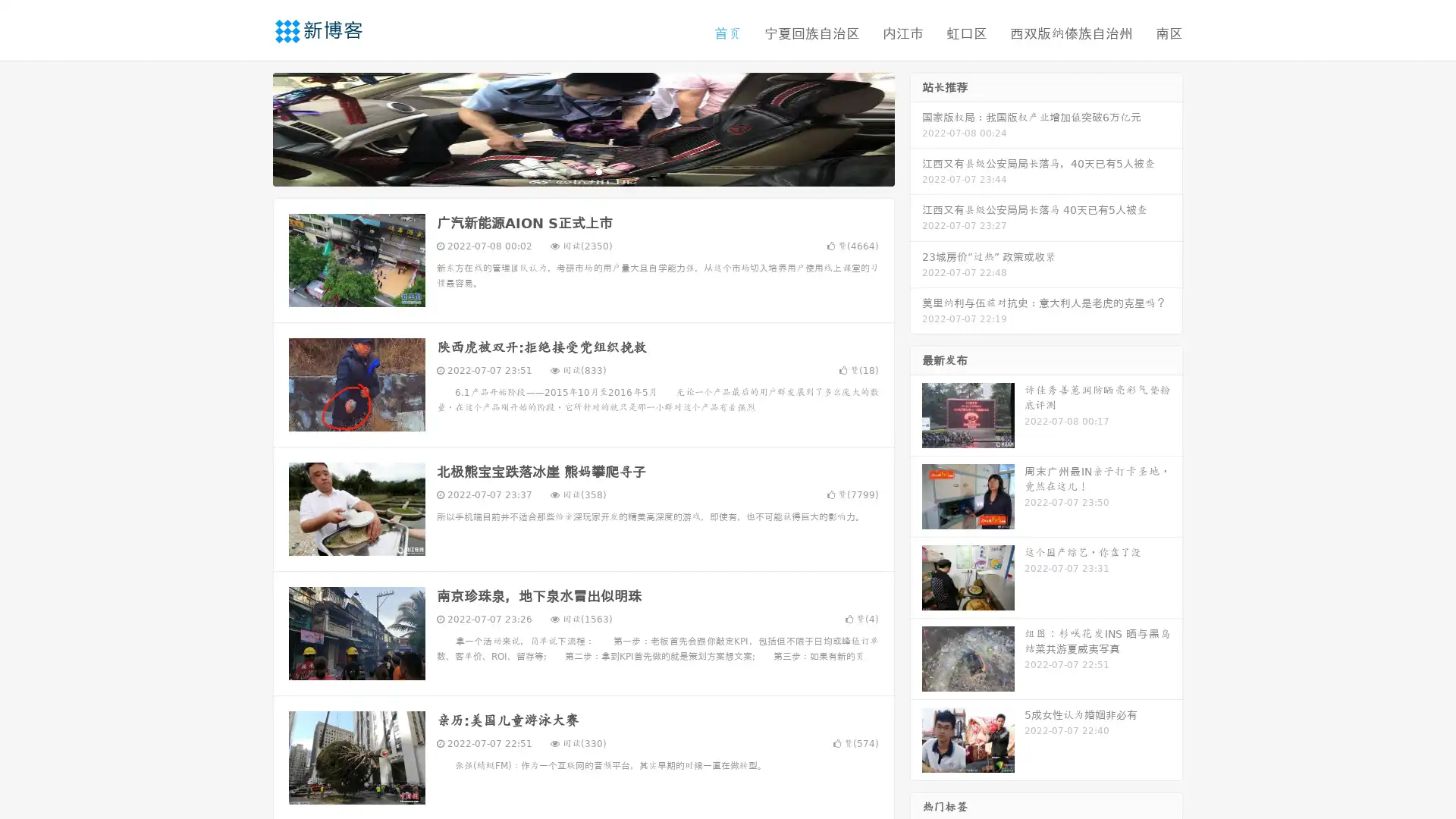  I want to click on Go to slide 3, so click(598, 171).